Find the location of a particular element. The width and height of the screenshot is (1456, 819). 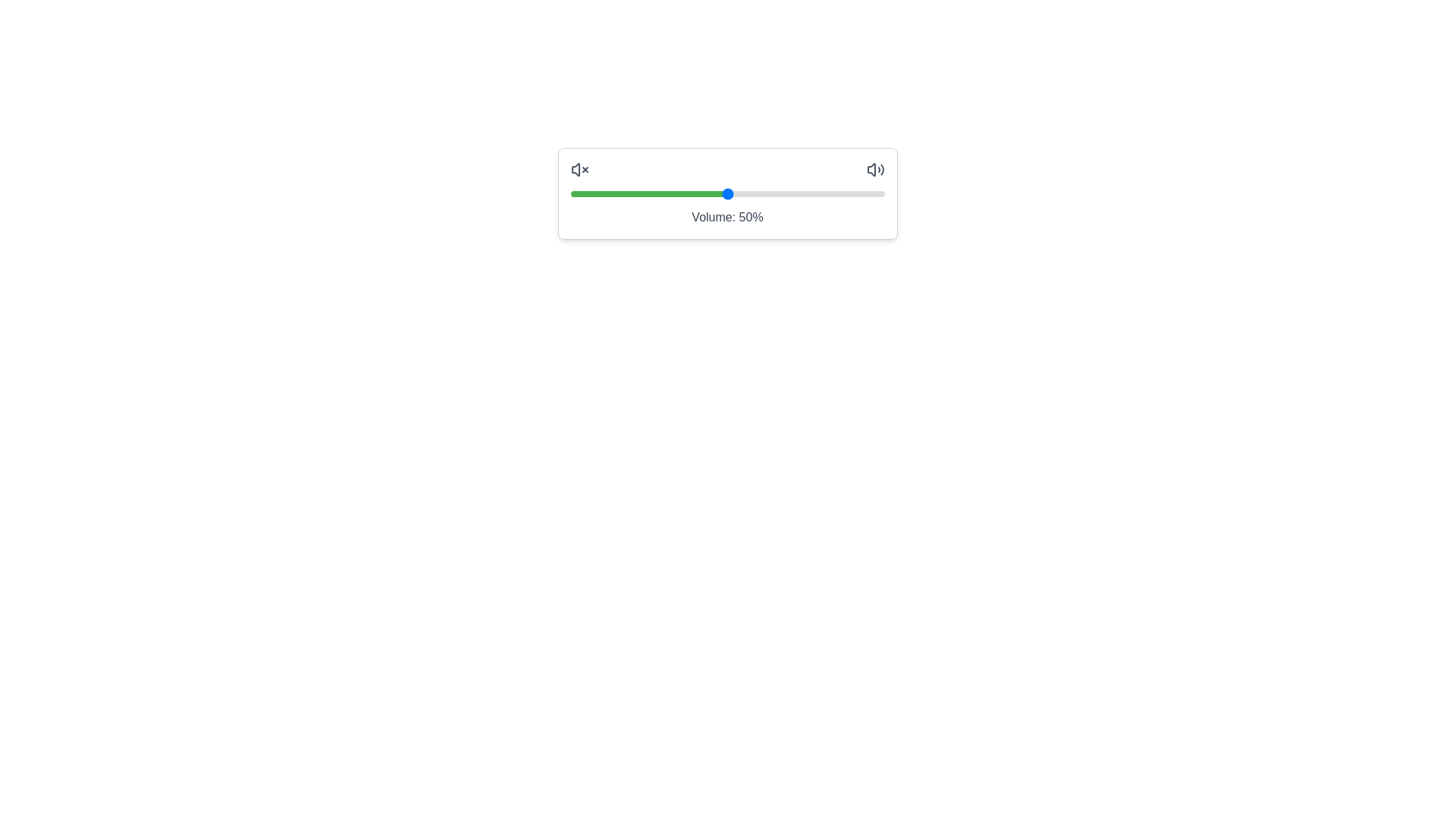

the volume level is located at coordinates (833, 193).